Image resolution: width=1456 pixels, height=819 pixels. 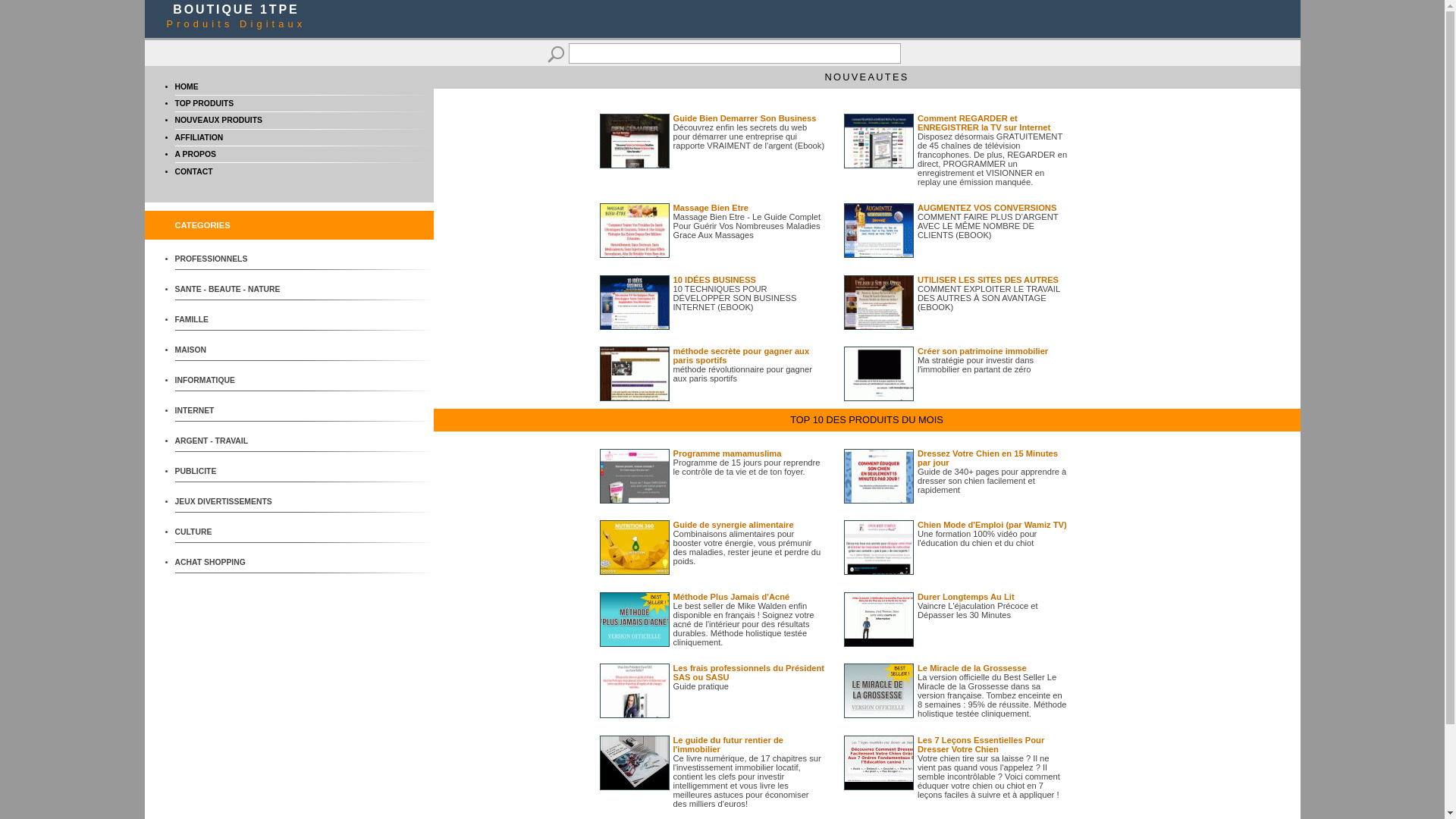 What do you see at coordinates (745, 117) in the screenshot?
I see `'Guide Bien Demarrer Son Business'` at bounding box center [745, 117].